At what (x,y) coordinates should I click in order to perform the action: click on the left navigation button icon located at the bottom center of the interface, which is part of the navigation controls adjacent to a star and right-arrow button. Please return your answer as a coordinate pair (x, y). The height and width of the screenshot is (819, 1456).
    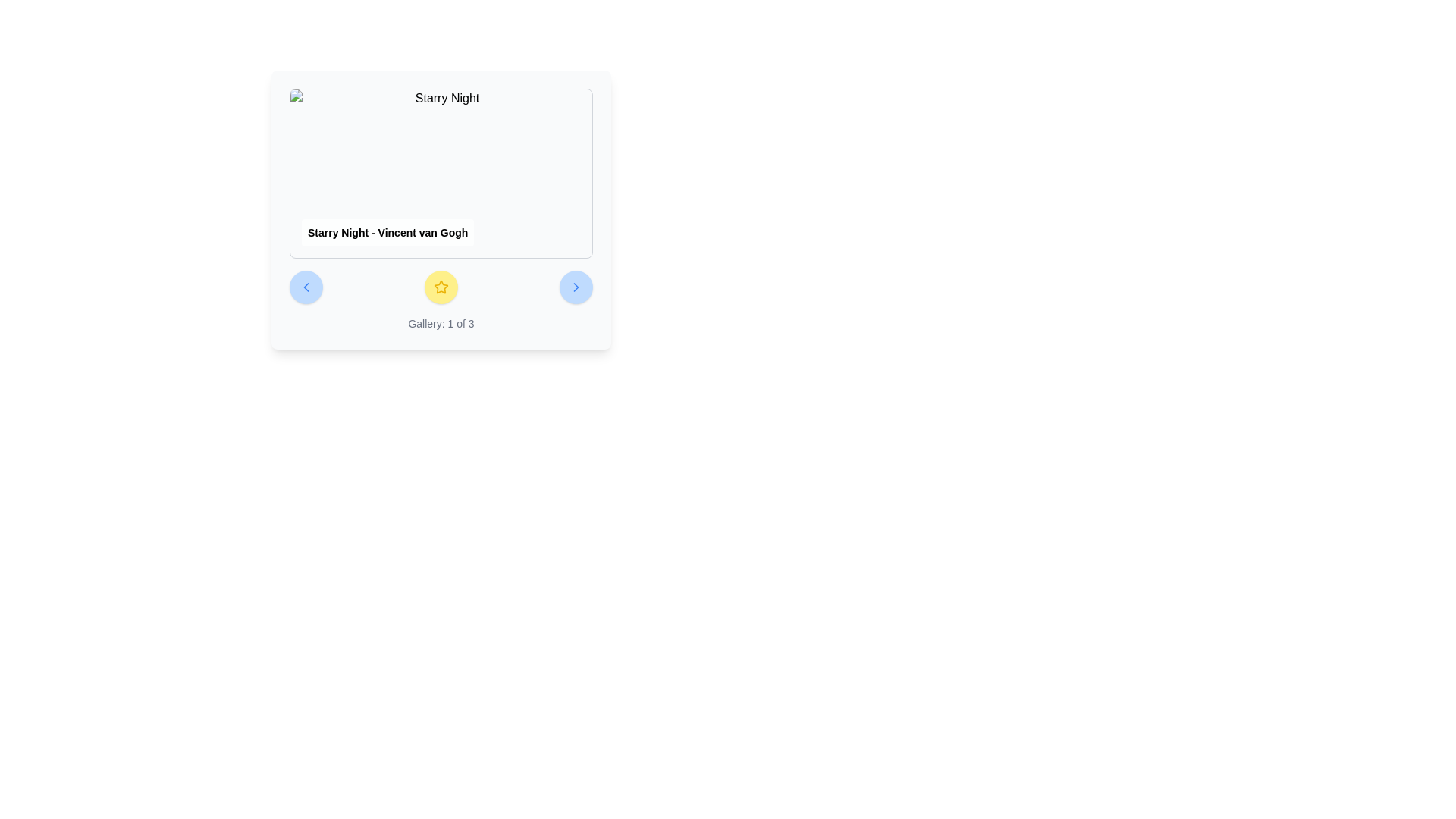
    Looking at the image, I should click on (305, 287).